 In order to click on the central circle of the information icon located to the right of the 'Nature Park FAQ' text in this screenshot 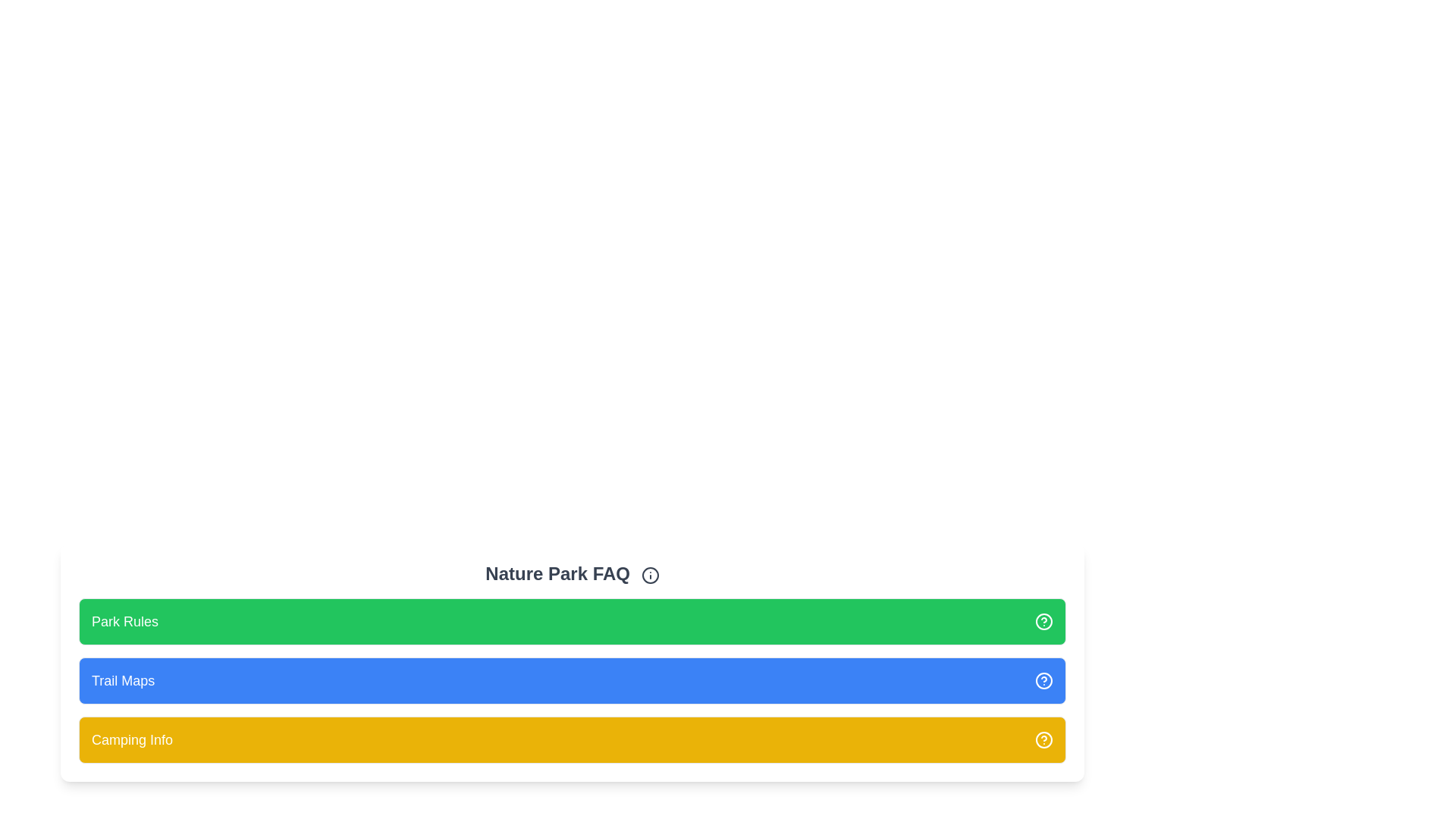, I will do `click(650, 575)`.